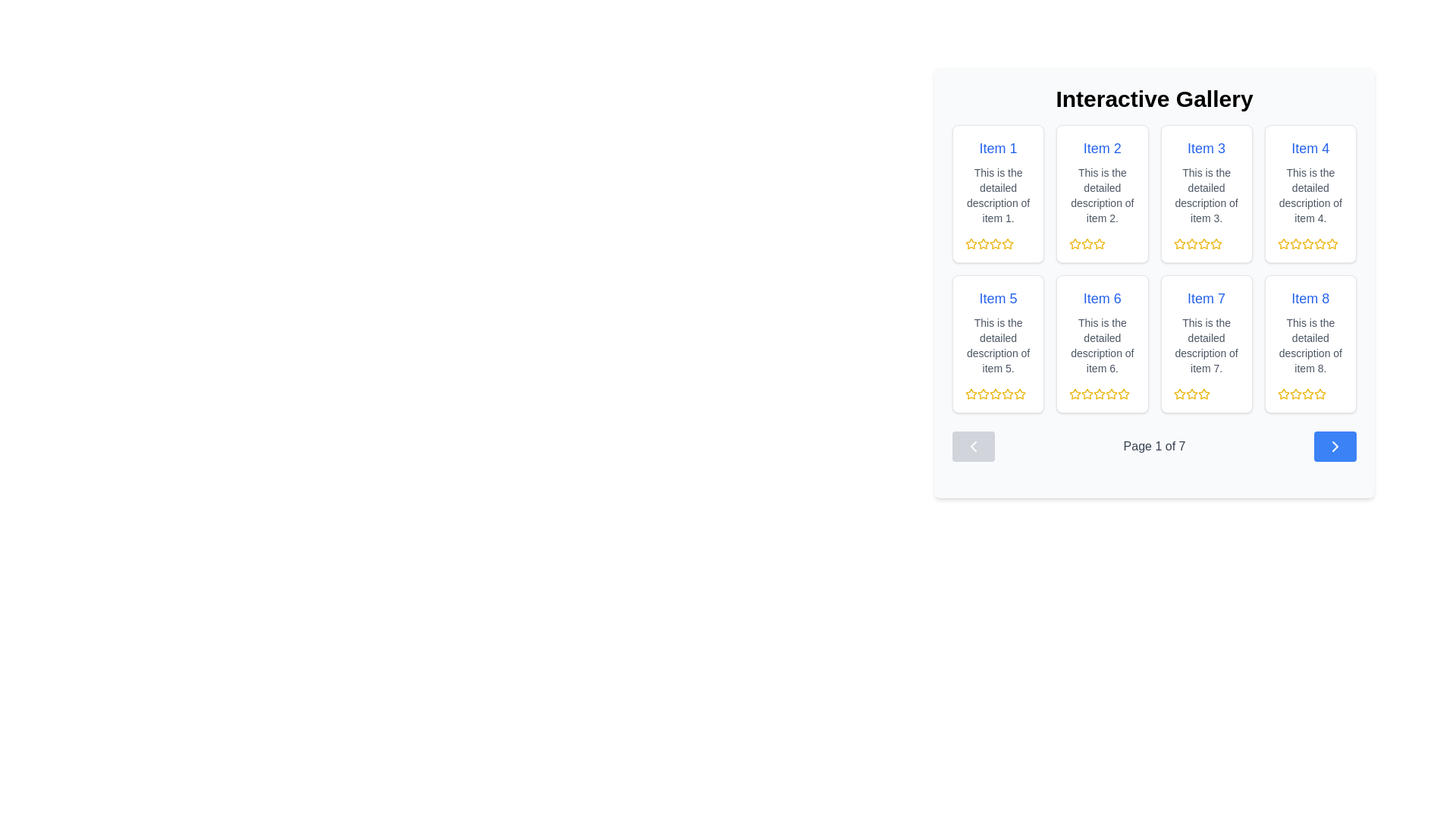 The image size is (1456, 819). I want to click on the text content providing additional descriptive information related to 'Item 1', located in the upper left portion of the gallery grid under the title 'Item 1', so click(998, 195).